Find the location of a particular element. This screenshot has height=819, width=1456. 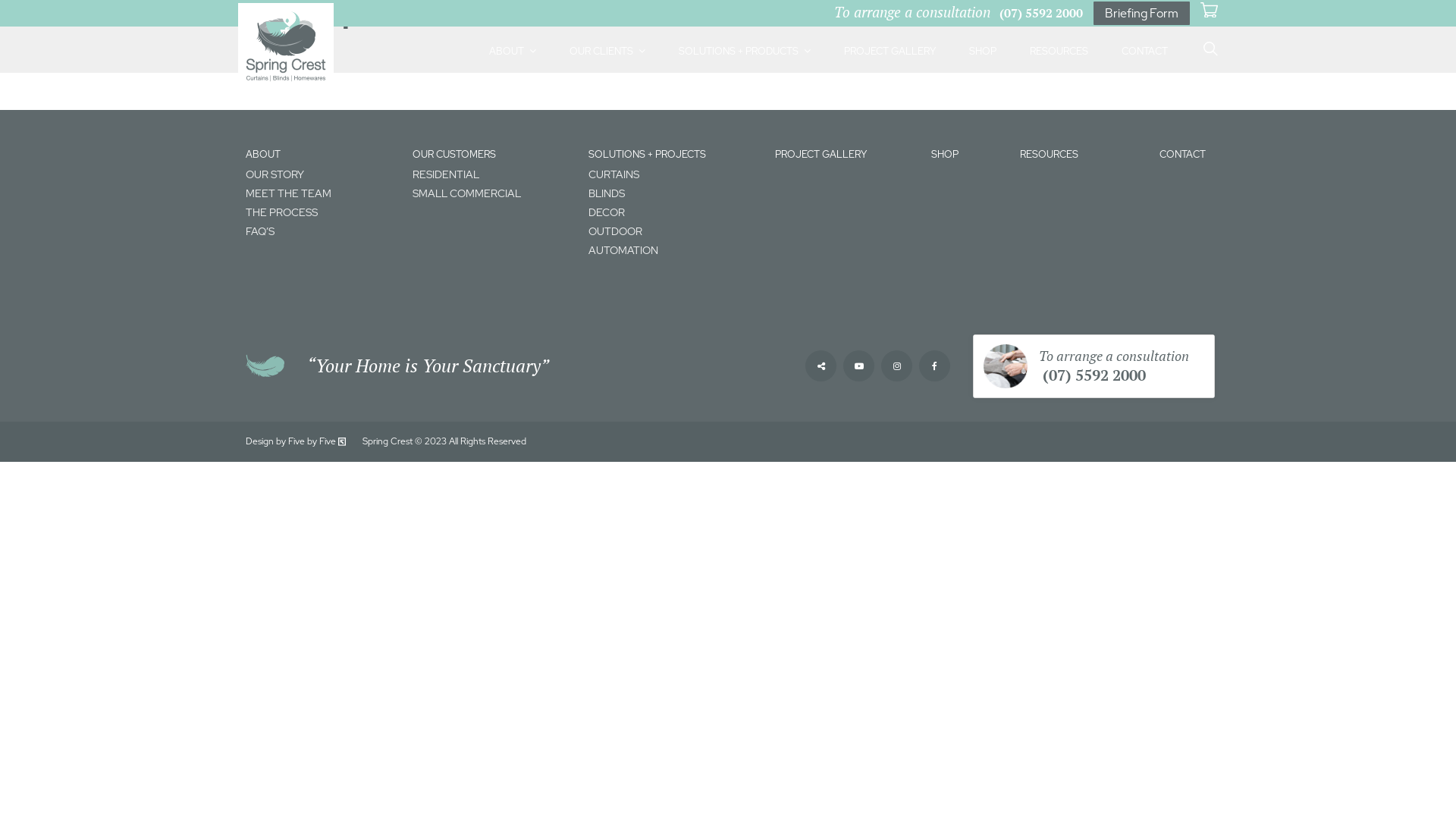

'THE PROCESS' is located at coordinates (320, 212).